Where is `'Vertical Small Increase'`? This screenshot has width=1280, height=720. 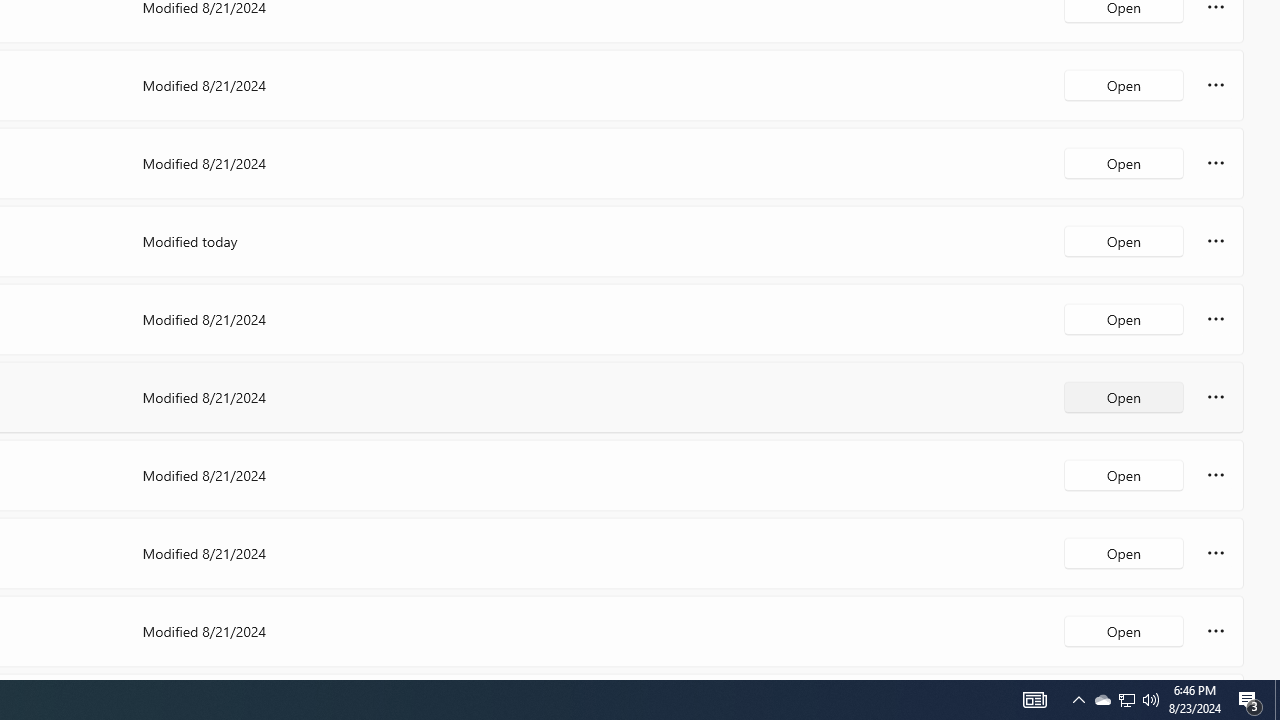
'Vertical Small Increase' is located at coordinates (1271, 672).